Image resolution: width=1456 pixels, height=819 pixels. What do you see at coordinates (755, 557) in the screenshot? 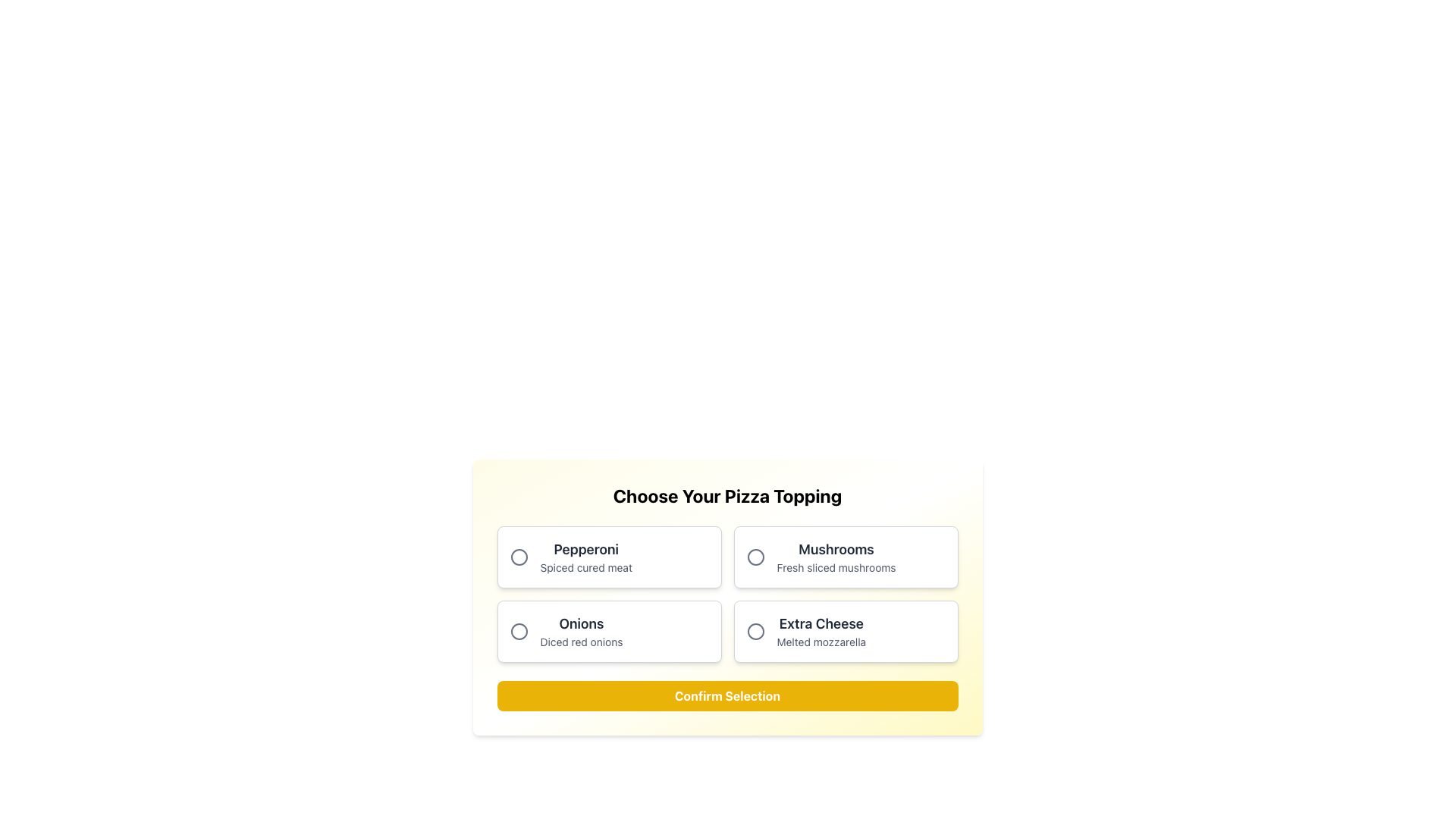
I see `the radio button for 'Mushrooms'` at bounding box center [755, 557].